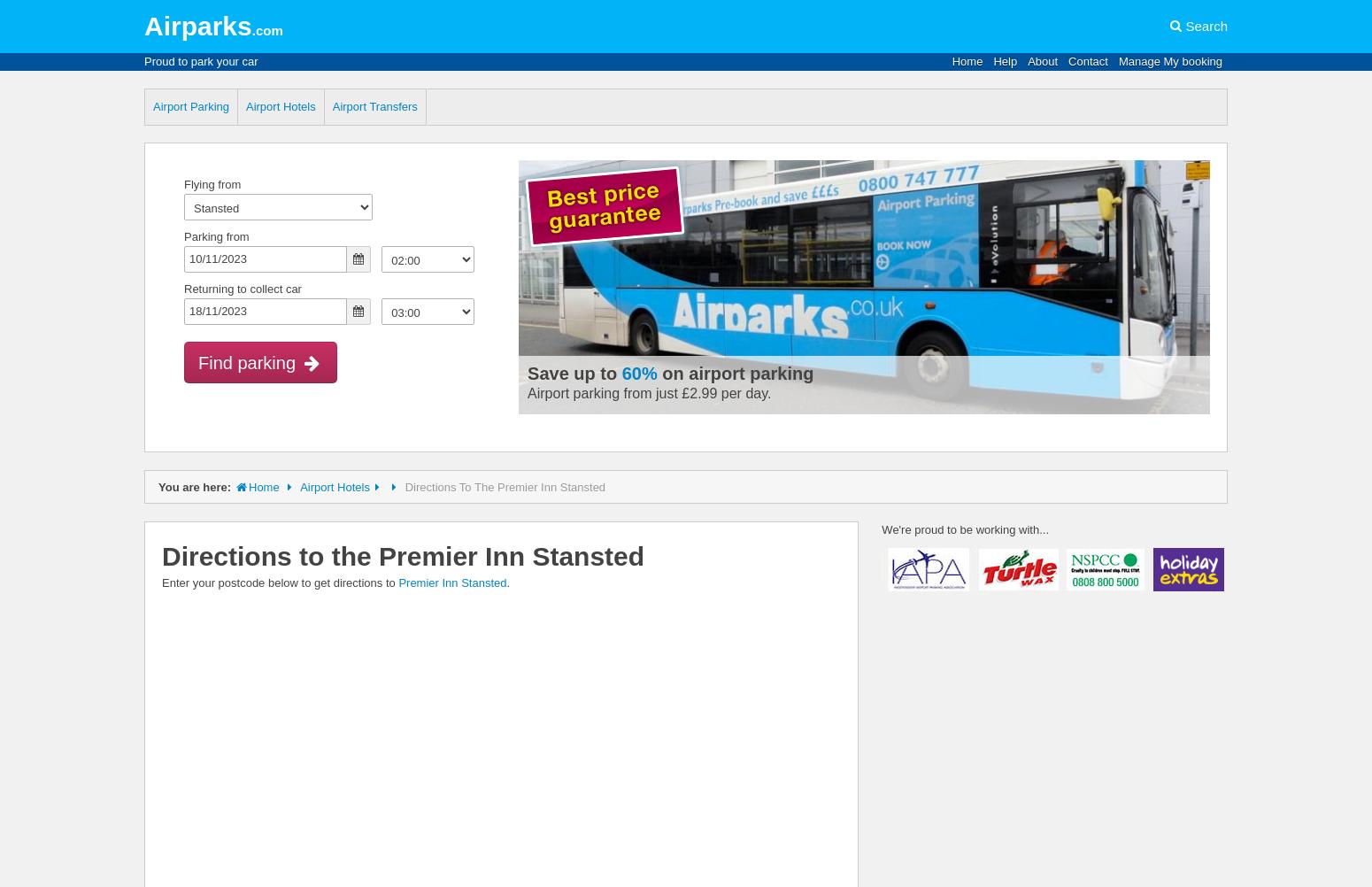  I want to click on '60%', so click(638, 373).